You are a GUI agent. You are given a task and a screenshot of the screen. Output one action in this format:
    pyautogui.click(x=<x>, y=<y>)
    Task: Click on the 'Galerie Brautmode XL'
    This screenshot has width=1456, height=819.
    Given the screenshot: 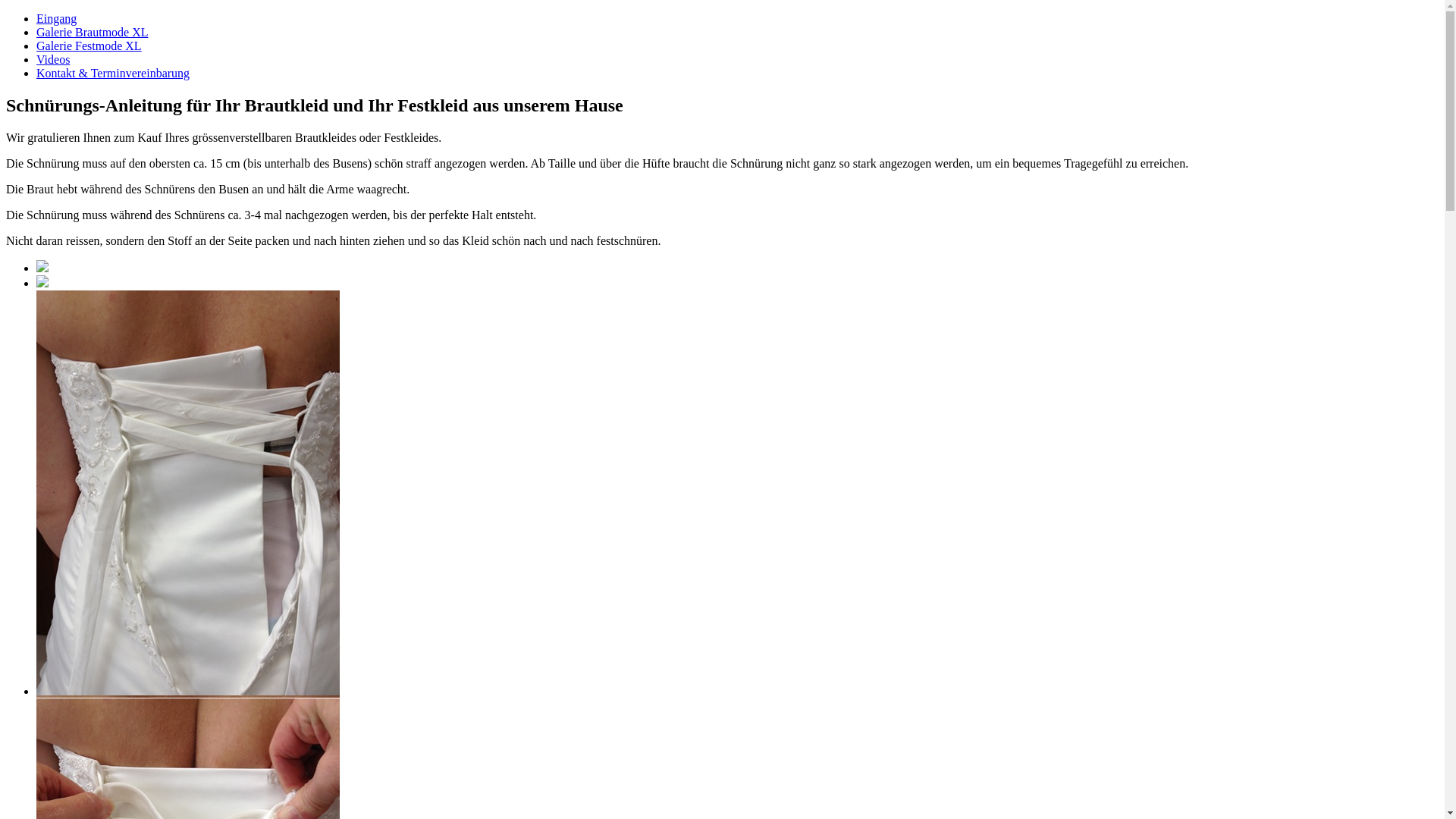 What is the action you would take?
    pyautogui.click(x=91, y=32)
    